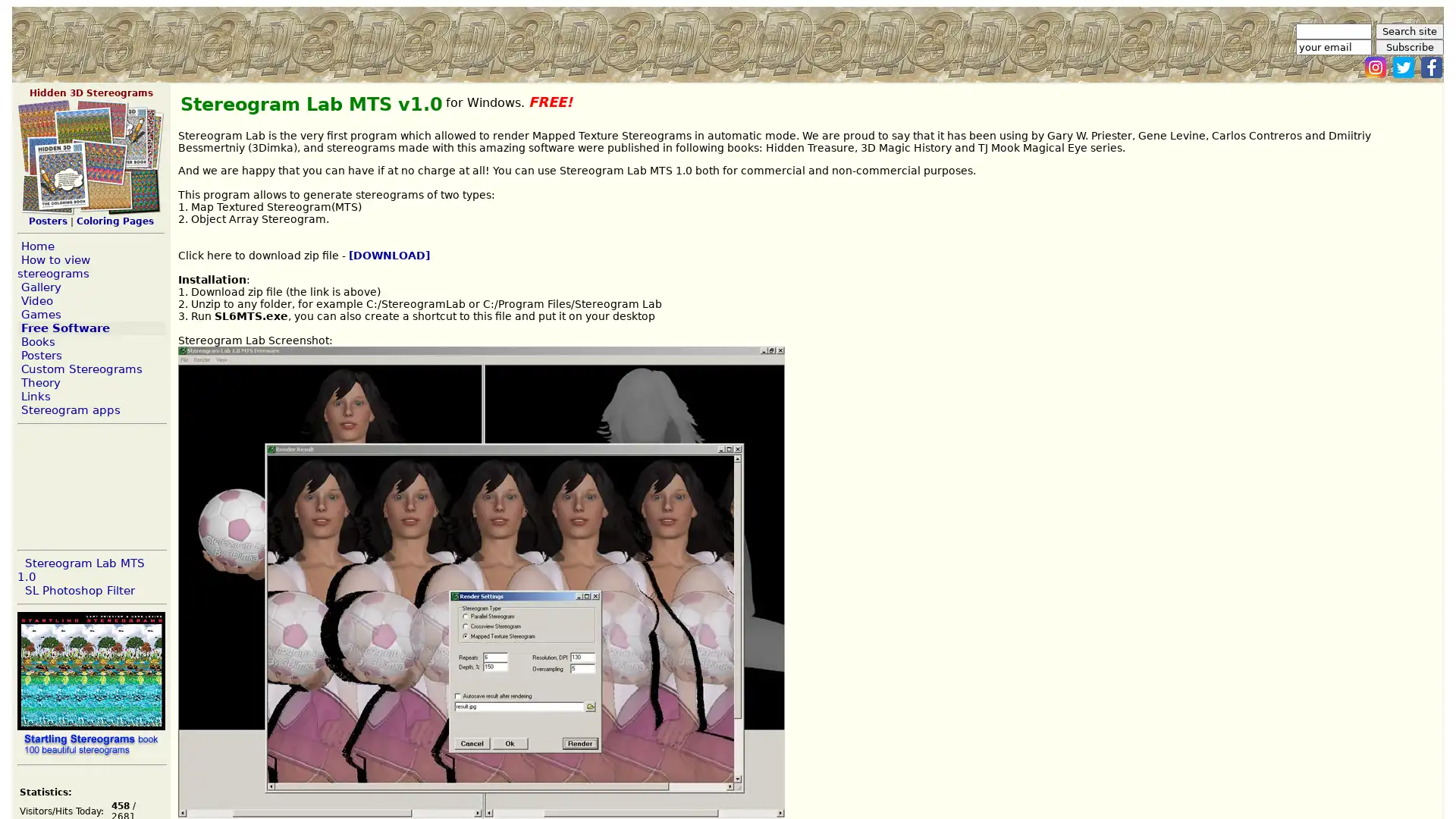 Image resolution: width=1456 pixels, height=819 pixels. Describe the element at coordinates (1408, 46) in the screenshot. I see `Subscribe` at that location.